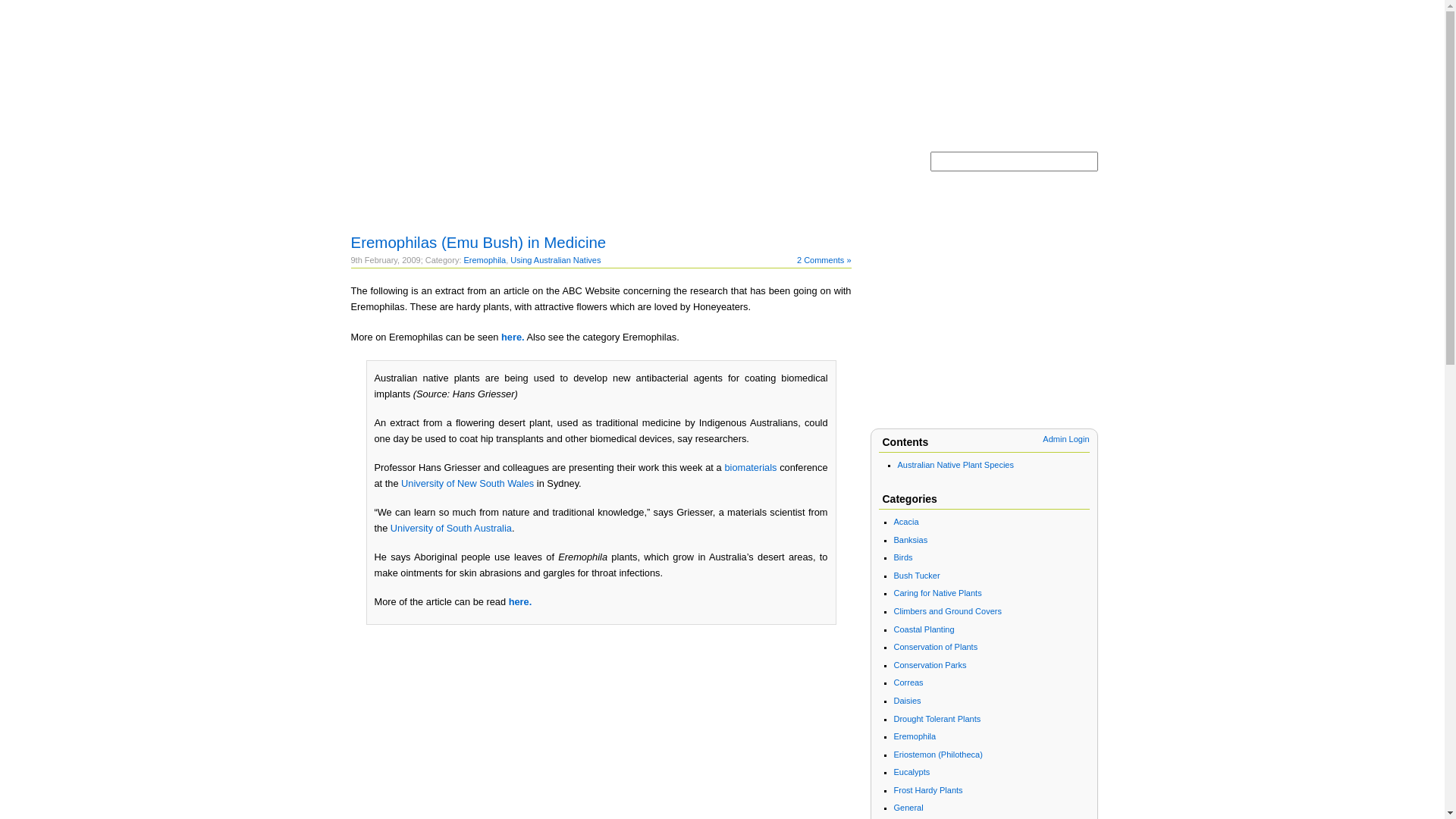  What do you see at coordinates (750, 466) in the screenshot?
I see `'biomaterials'` at bounding box center [750, 466].